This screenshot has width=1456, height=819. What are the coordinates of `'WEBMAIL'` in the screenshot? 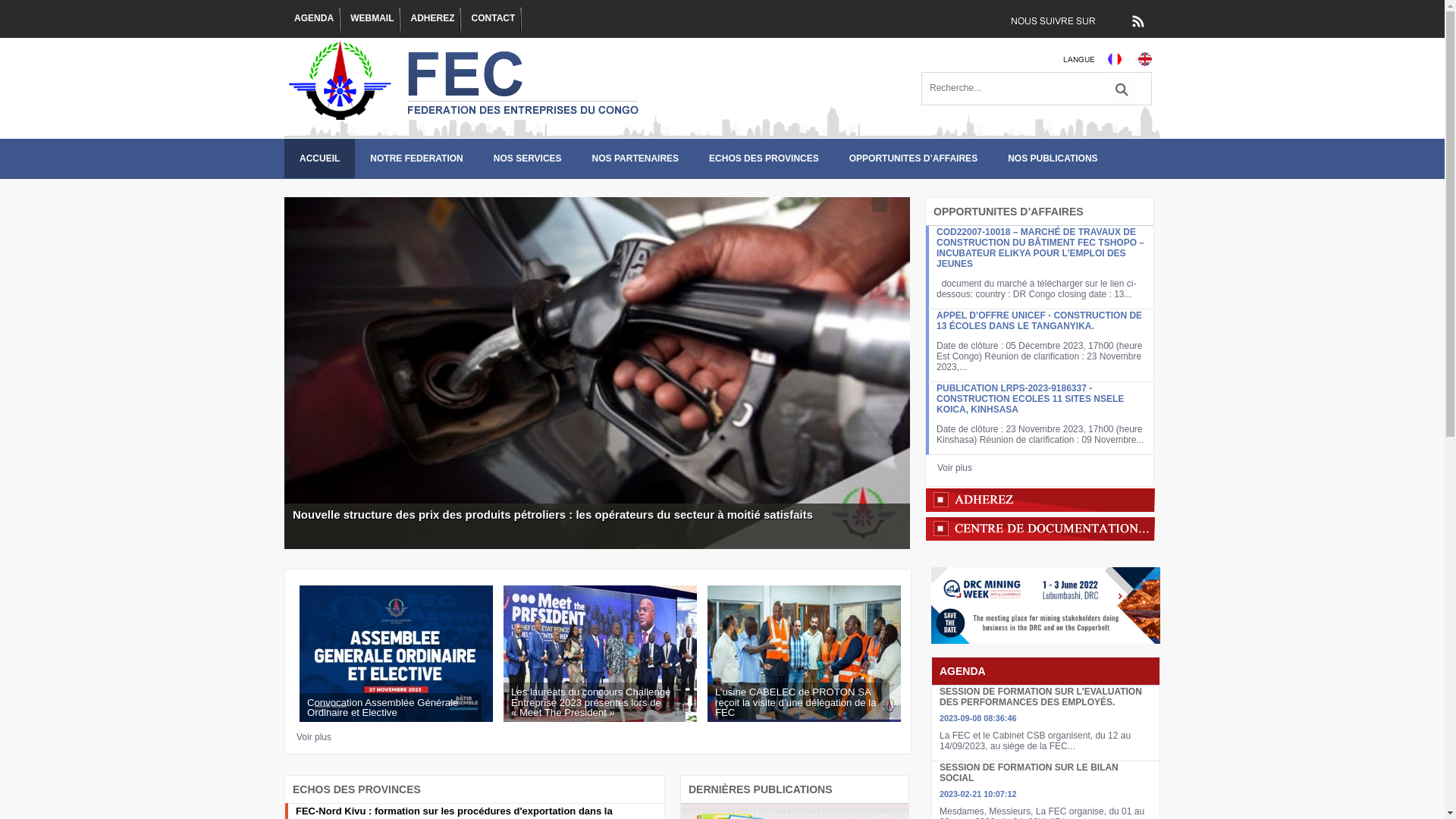 It's located at (348, 20).